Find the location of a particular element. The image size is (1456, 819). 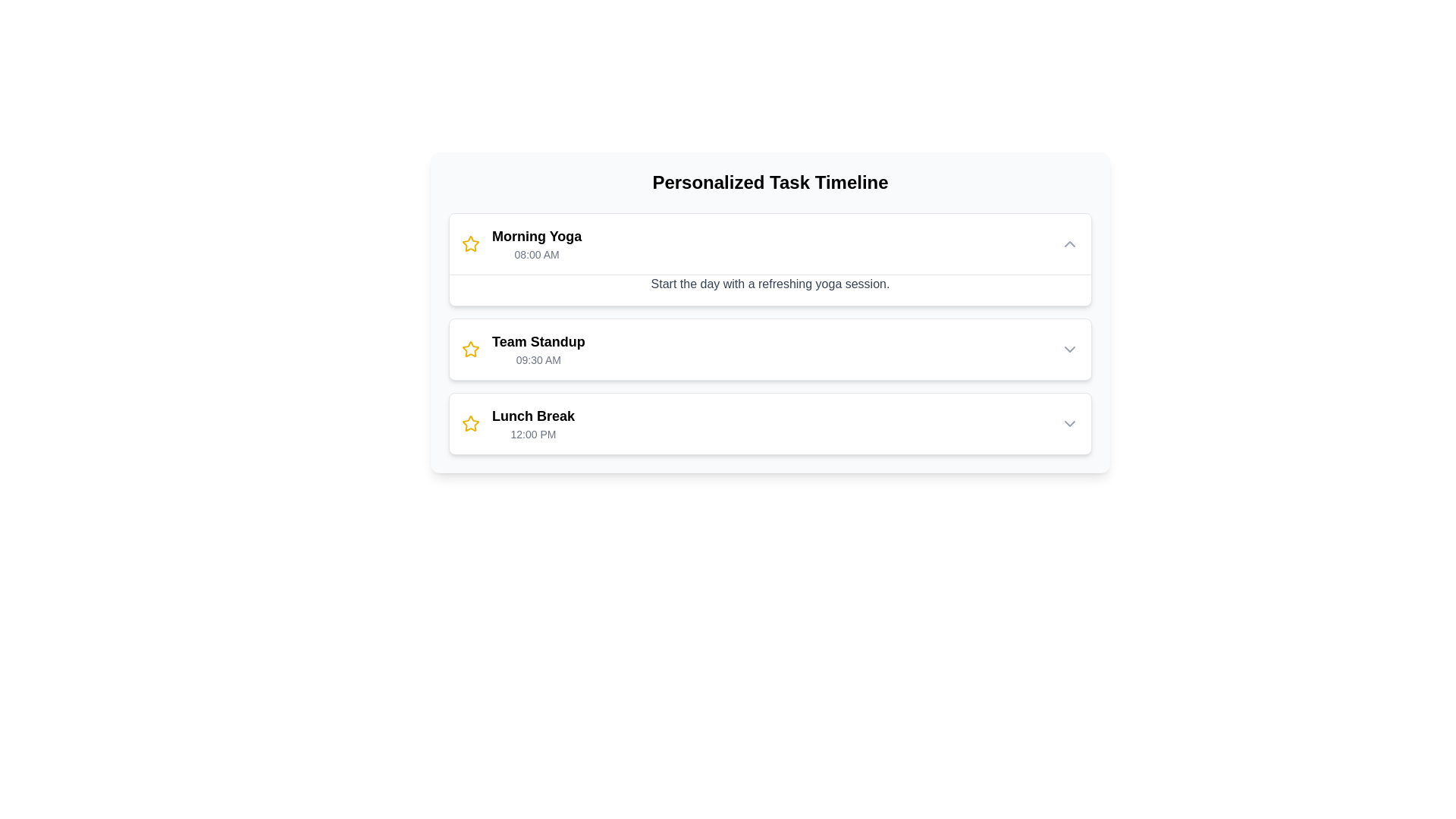

the second list item labeled 'Team Standup', which features a bold title and a yellow star, to interact or select the event is located at coordinates (523, 350).